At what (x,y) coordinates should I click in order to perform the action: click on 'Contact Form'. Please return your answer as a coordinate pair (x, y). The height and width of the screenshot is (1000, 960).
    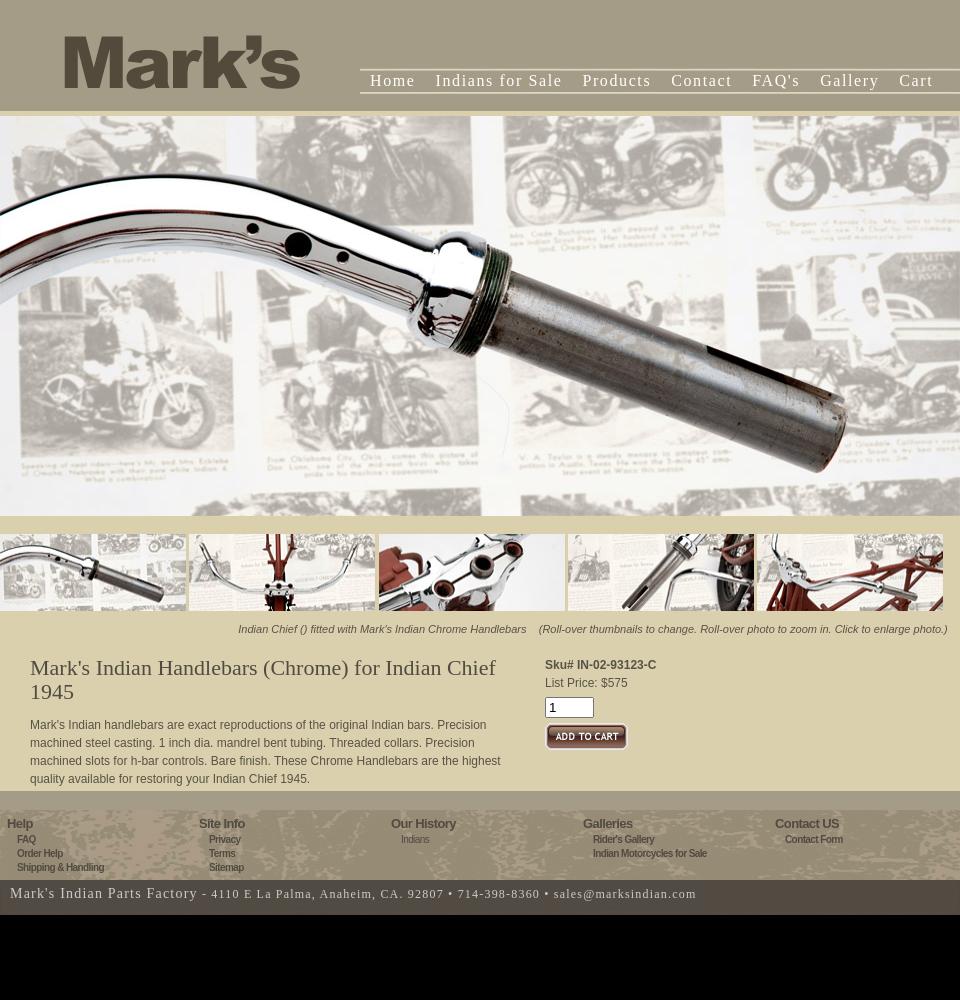
    Looking at the image, I should click on (784, 838).